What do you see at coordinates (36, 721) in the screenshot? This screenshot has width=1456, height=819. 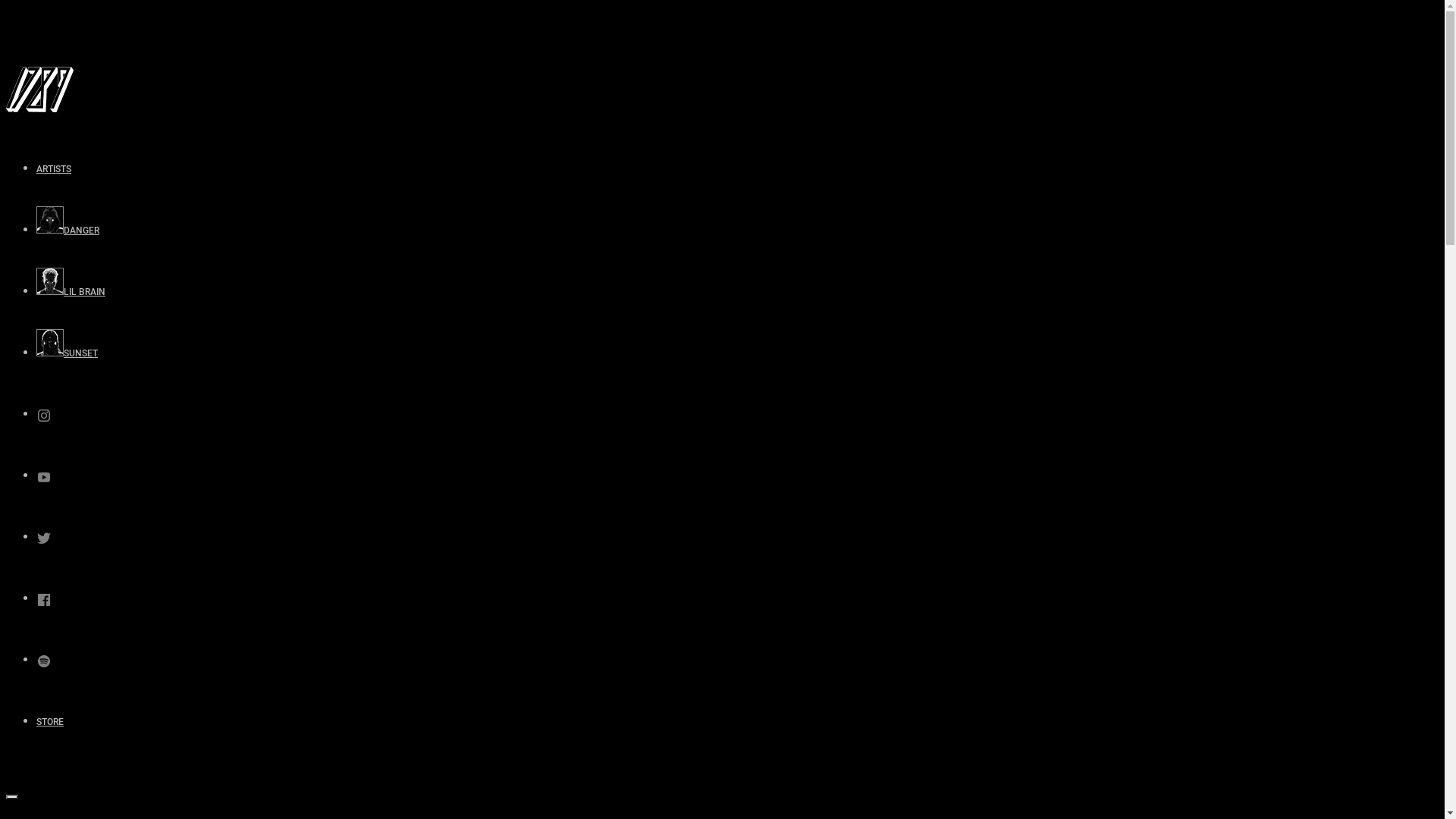 I see `'STORE'` at bounding box center [36, 721].